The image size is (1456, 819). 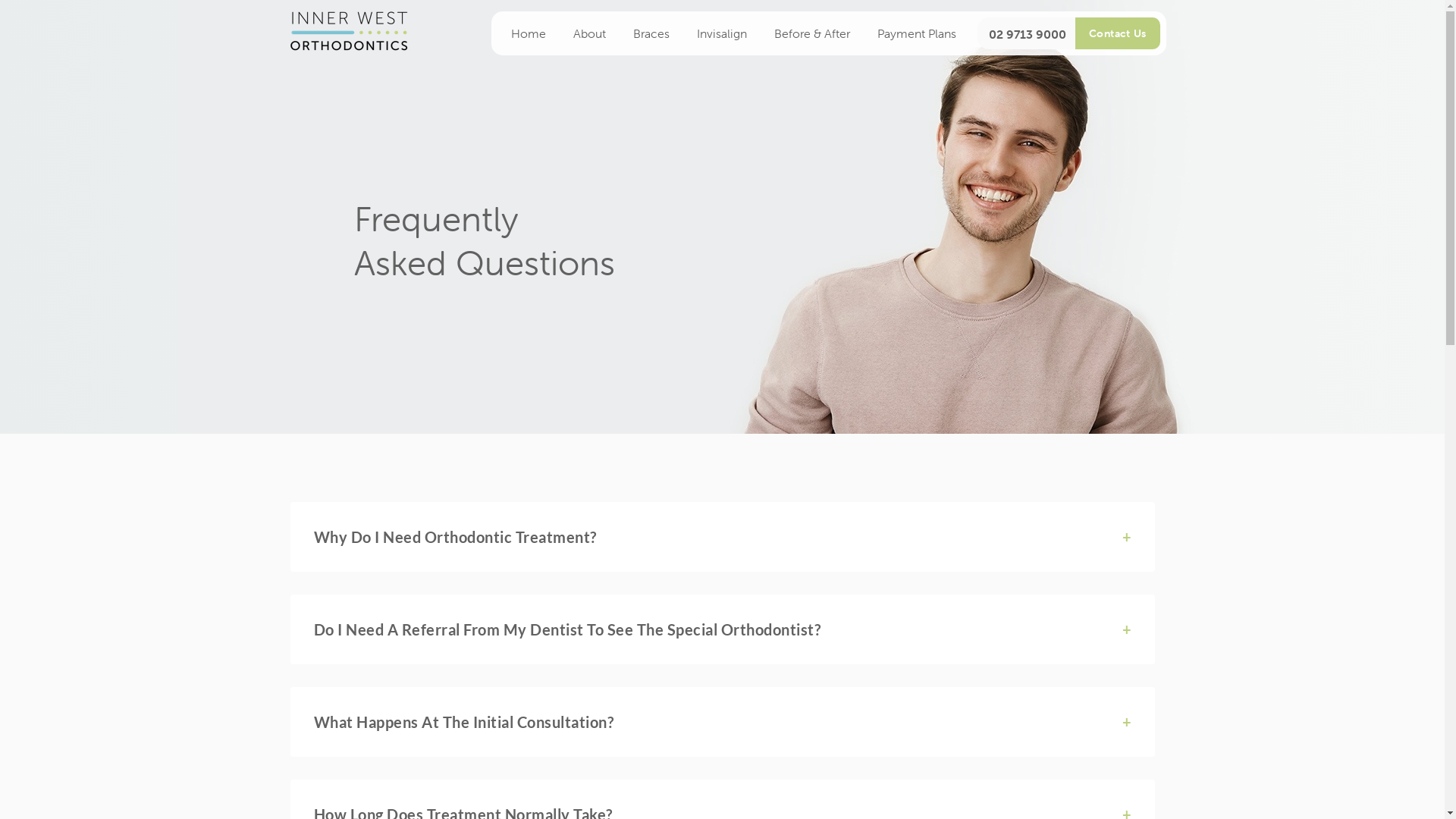 What do you see at coordinates (915, 33) in the screenshot?
I see `'Payment Plans'` at bounding box center [915, 33].